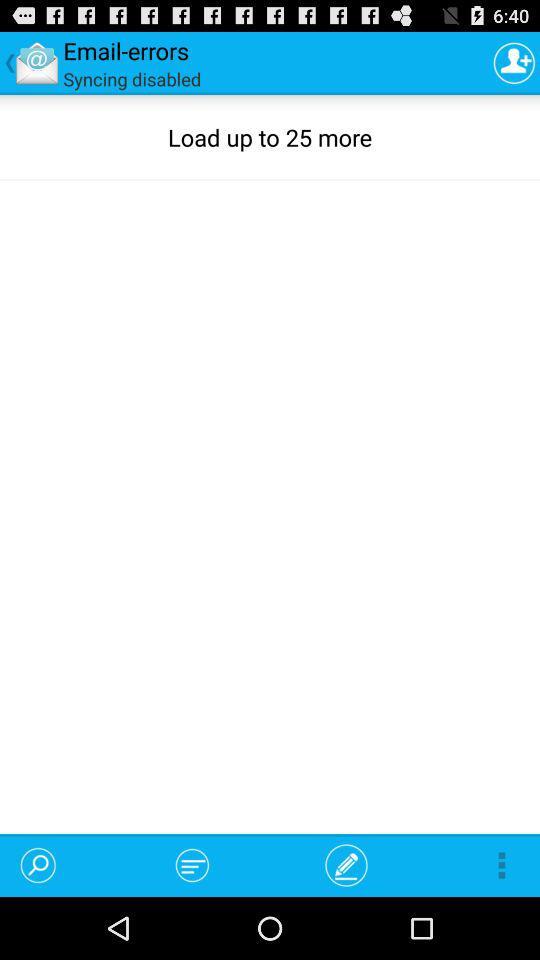 Image resolution: width=540 pixels, height=960 pixels. What do you see at coordinates (514, 62) in the screenshot?
I see `the item to the right of syncing disabled item` at bounding box center [514, 62].